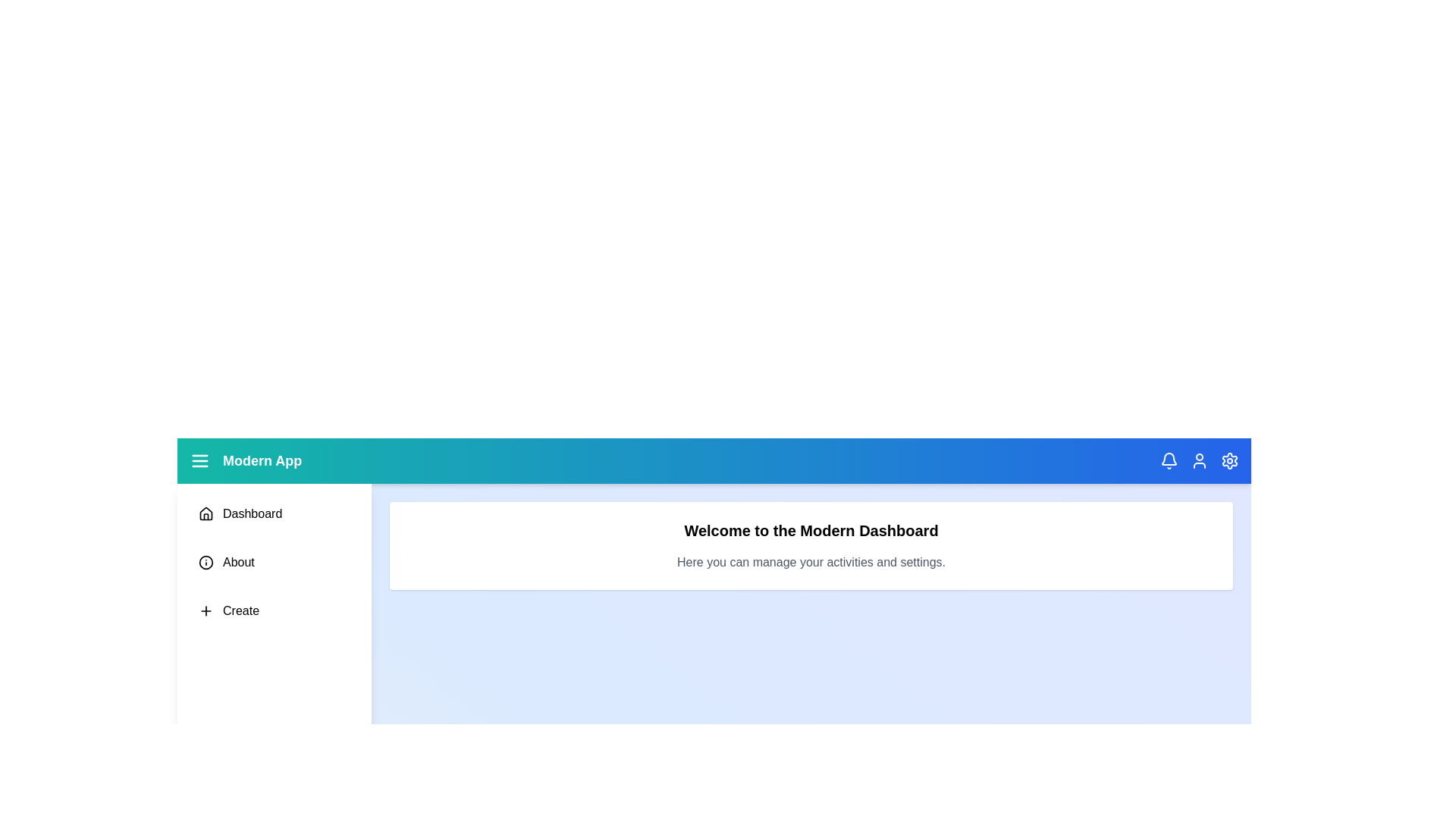 The height and width of the screenshot is (819, 1456). Describe the element at coordinates (274, 562) in the screenshot. I see `the menu item About from the sidebar` at that location.